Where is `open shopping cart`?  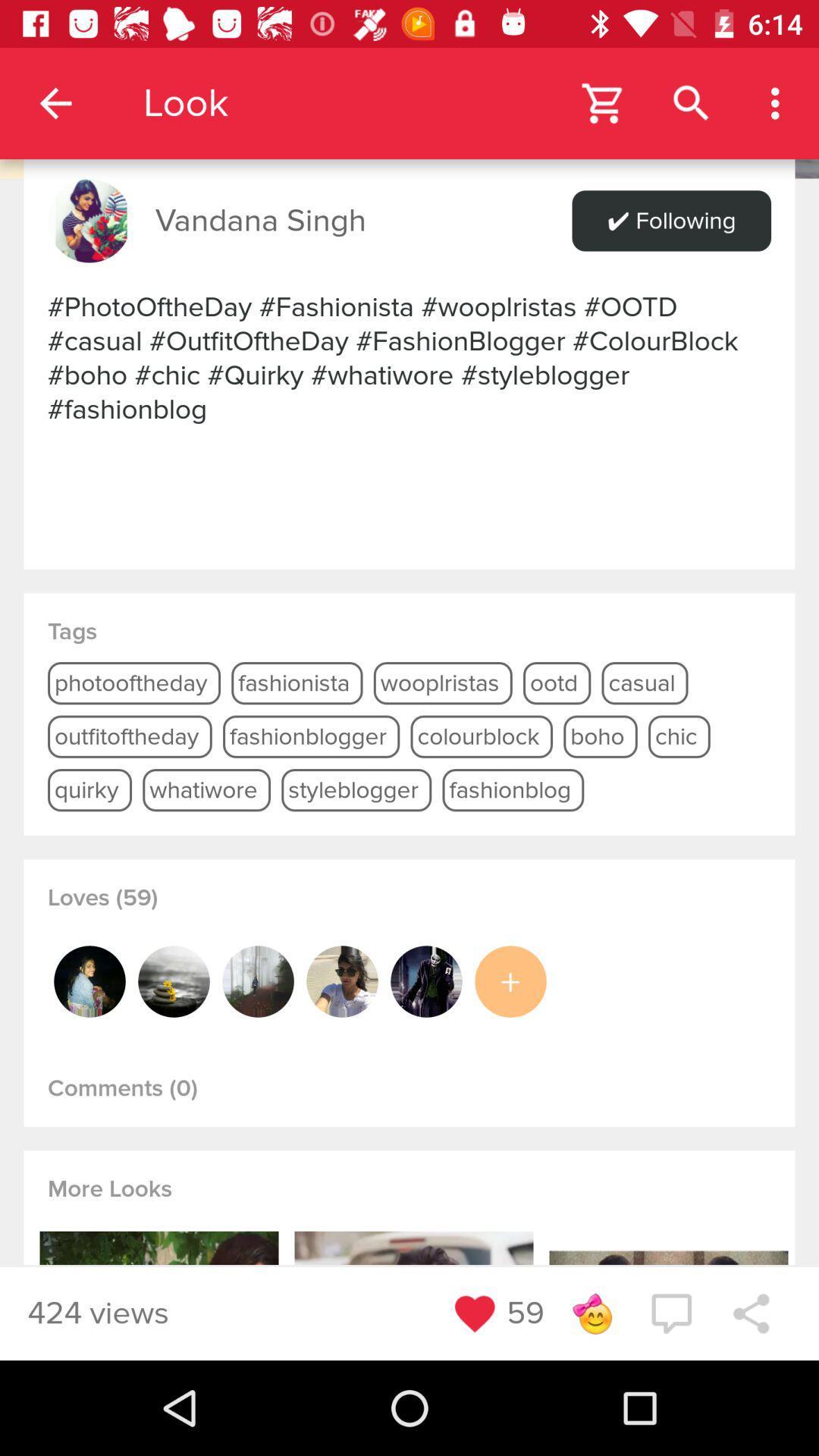 open shopping cart is located at coordinates (603, 102).